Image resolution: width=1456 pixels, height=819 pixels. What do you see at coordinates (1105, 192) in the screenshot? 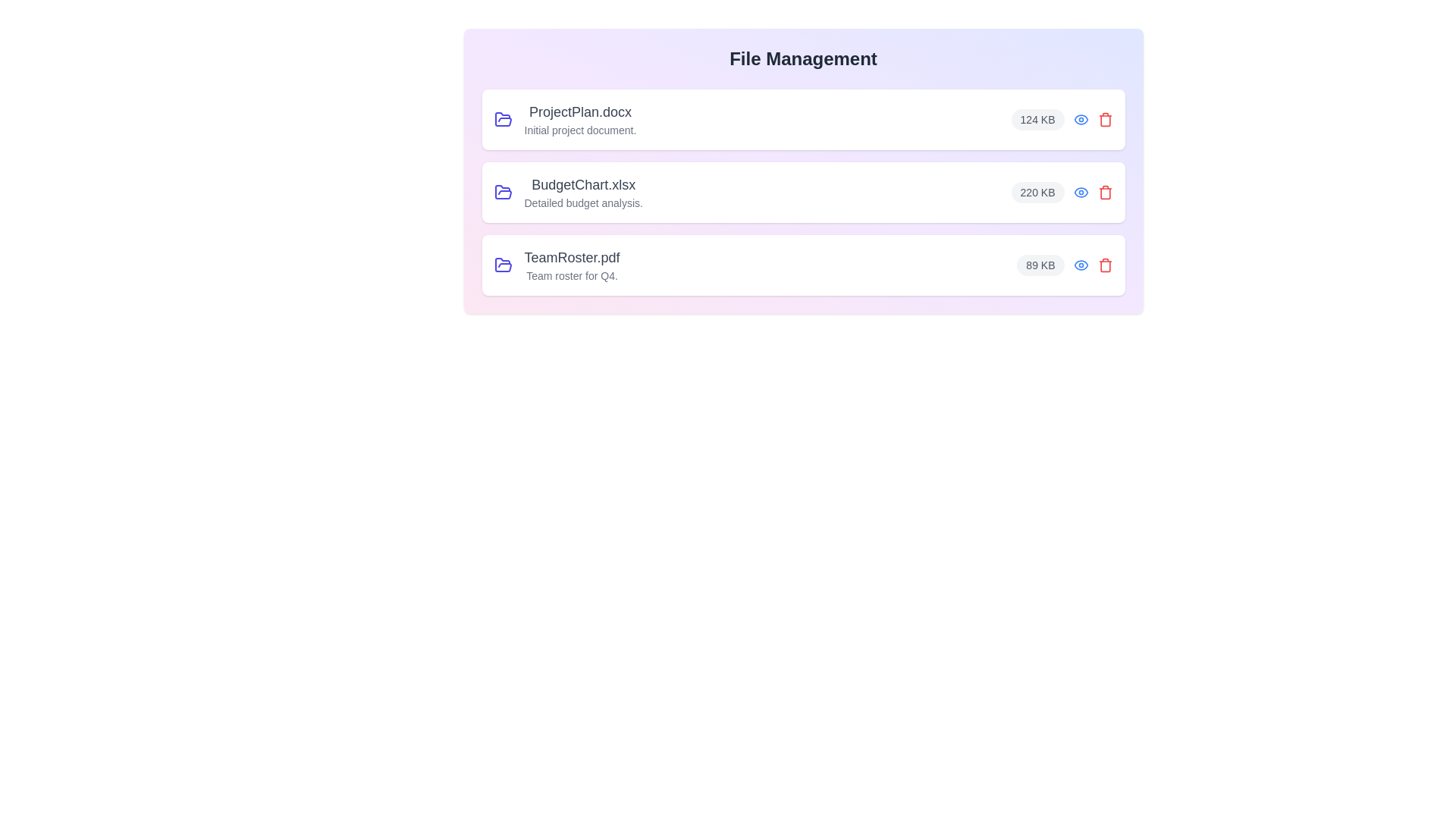
I see `the trash icon to delete the file BudgetChart.xlsx` at bounding box center [1105, 192].